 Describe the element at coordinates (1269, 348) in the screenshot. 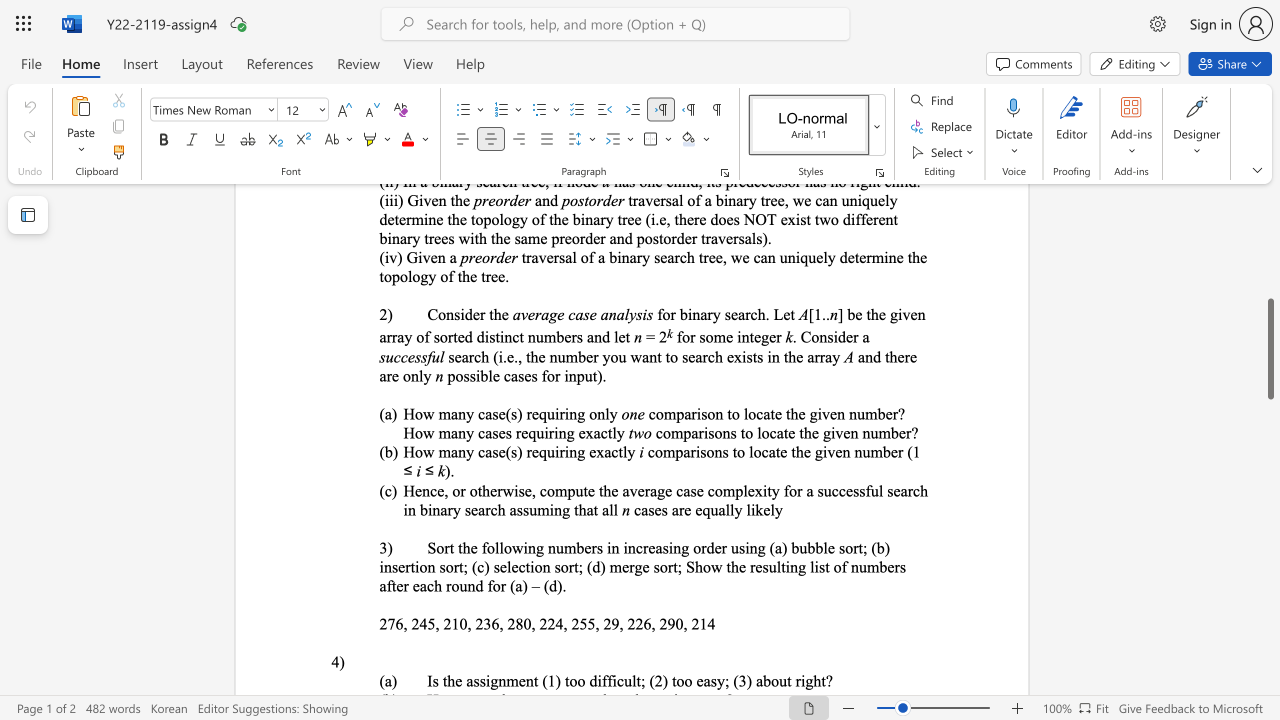

I see `the scrollbar and move up 80 pixels` at that location.